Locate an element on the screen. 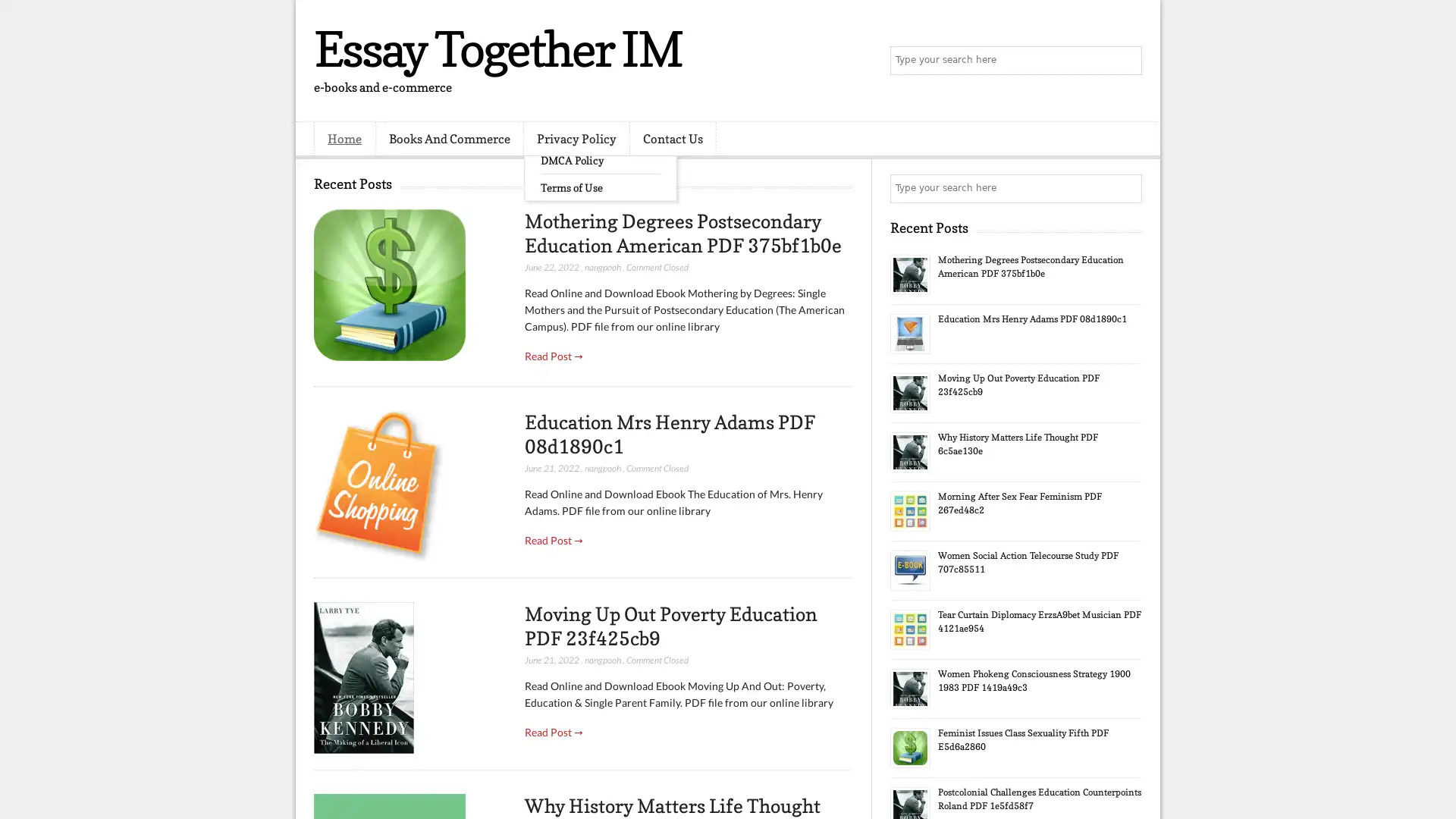 This screenshot has height=819, width=1456. Search is located at coordinates (1126, 61).